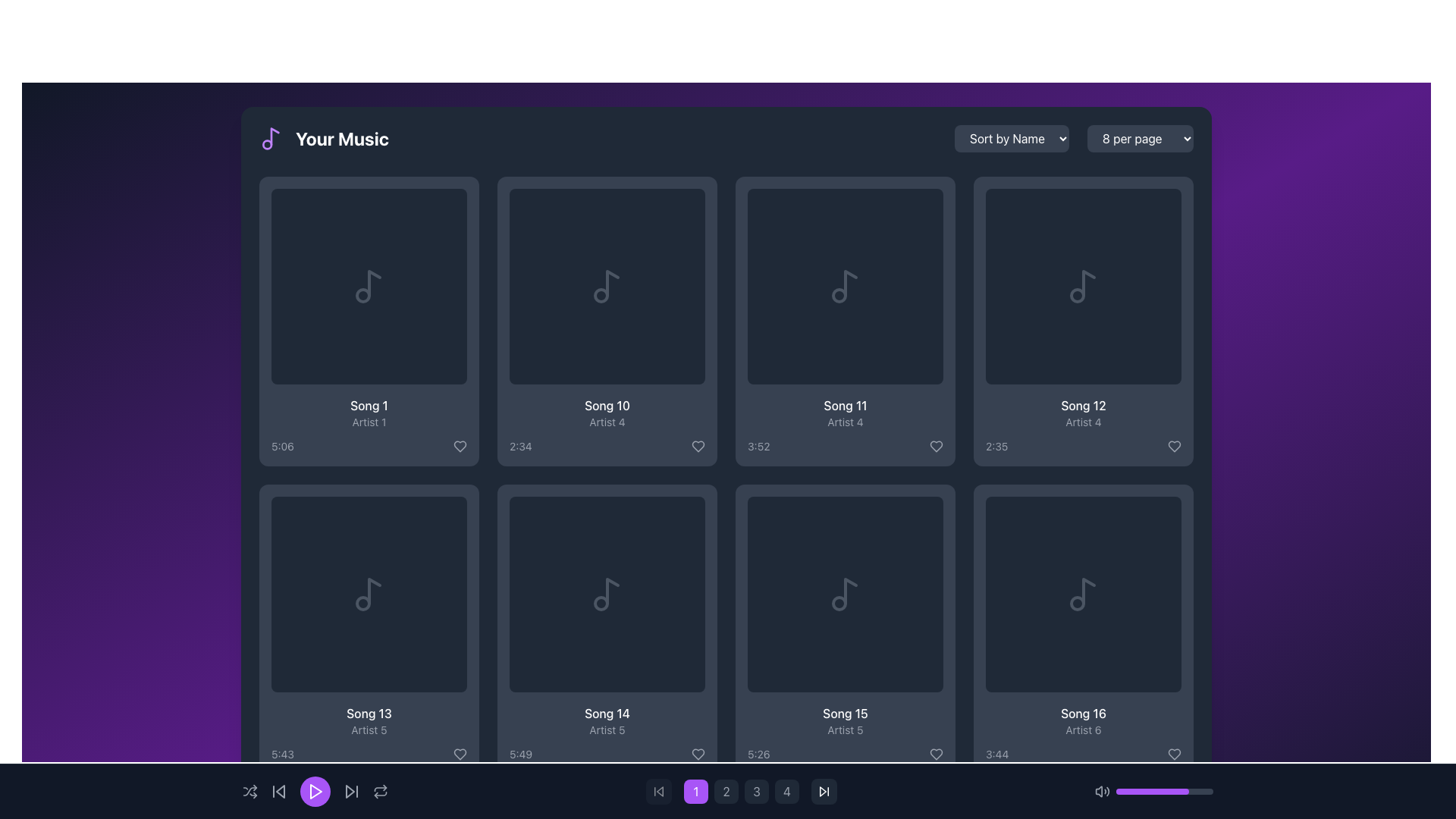 Image resolution: width=1456 pixels, height=819 pixels. Describe the element at coordinates (844, 405) in the screenshot. I see `the text label displaying 'Song 11', which is styled in white font and located at the bottom of the third card in the first row of the grid layout` at that location.